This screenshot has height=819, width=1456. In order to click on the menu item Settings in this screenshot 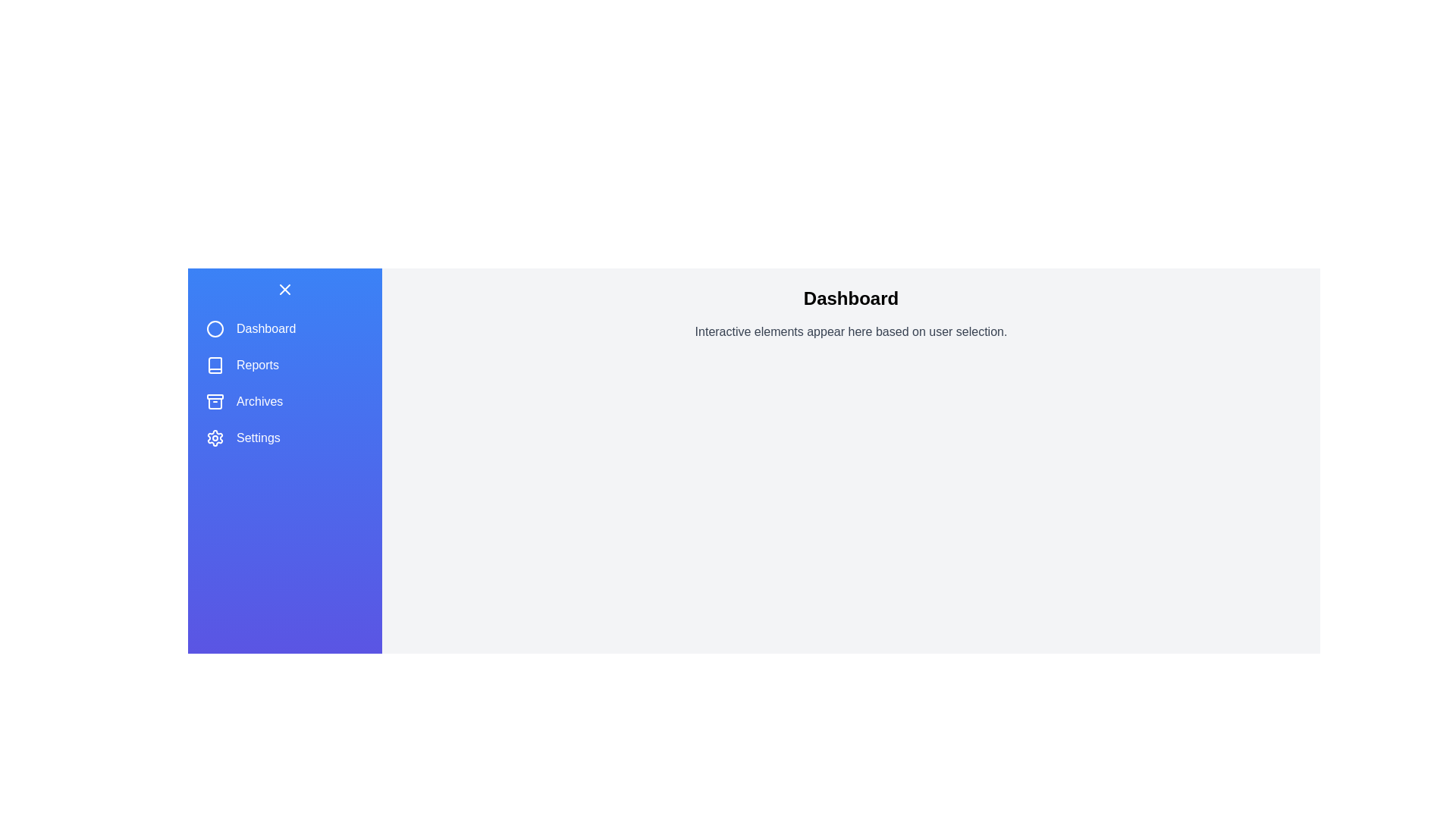, I will do `click(284, 438)`.